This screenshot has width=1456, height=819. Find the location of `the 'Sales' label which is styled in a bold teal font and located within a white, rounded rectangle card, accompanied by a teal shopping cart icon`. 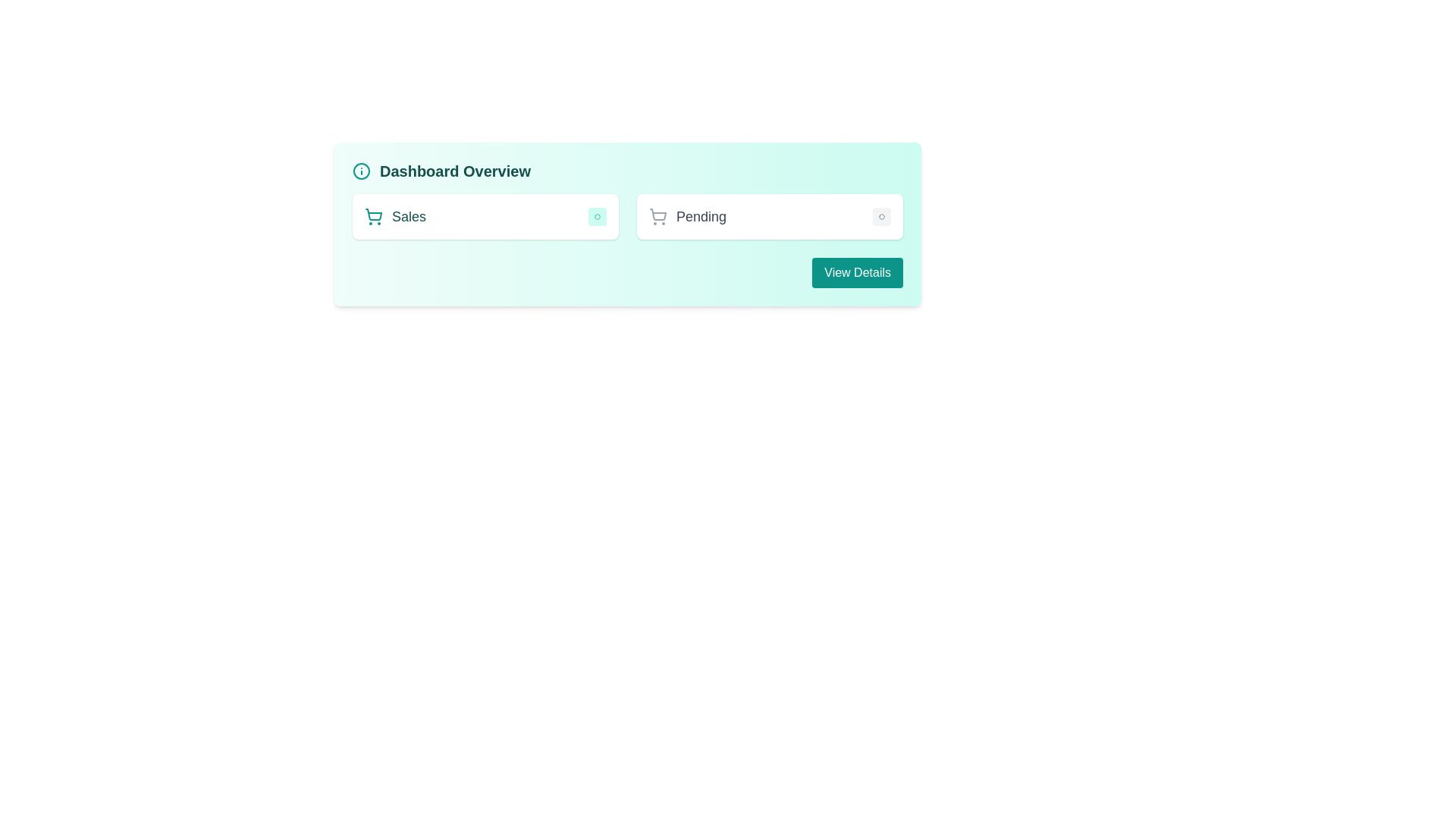

the 'Sales' label which is styled in a bold teal font and located within a white, rounded rectangle card, accompanied by a teal shopping cart icon is located at coordinates (395, 216).